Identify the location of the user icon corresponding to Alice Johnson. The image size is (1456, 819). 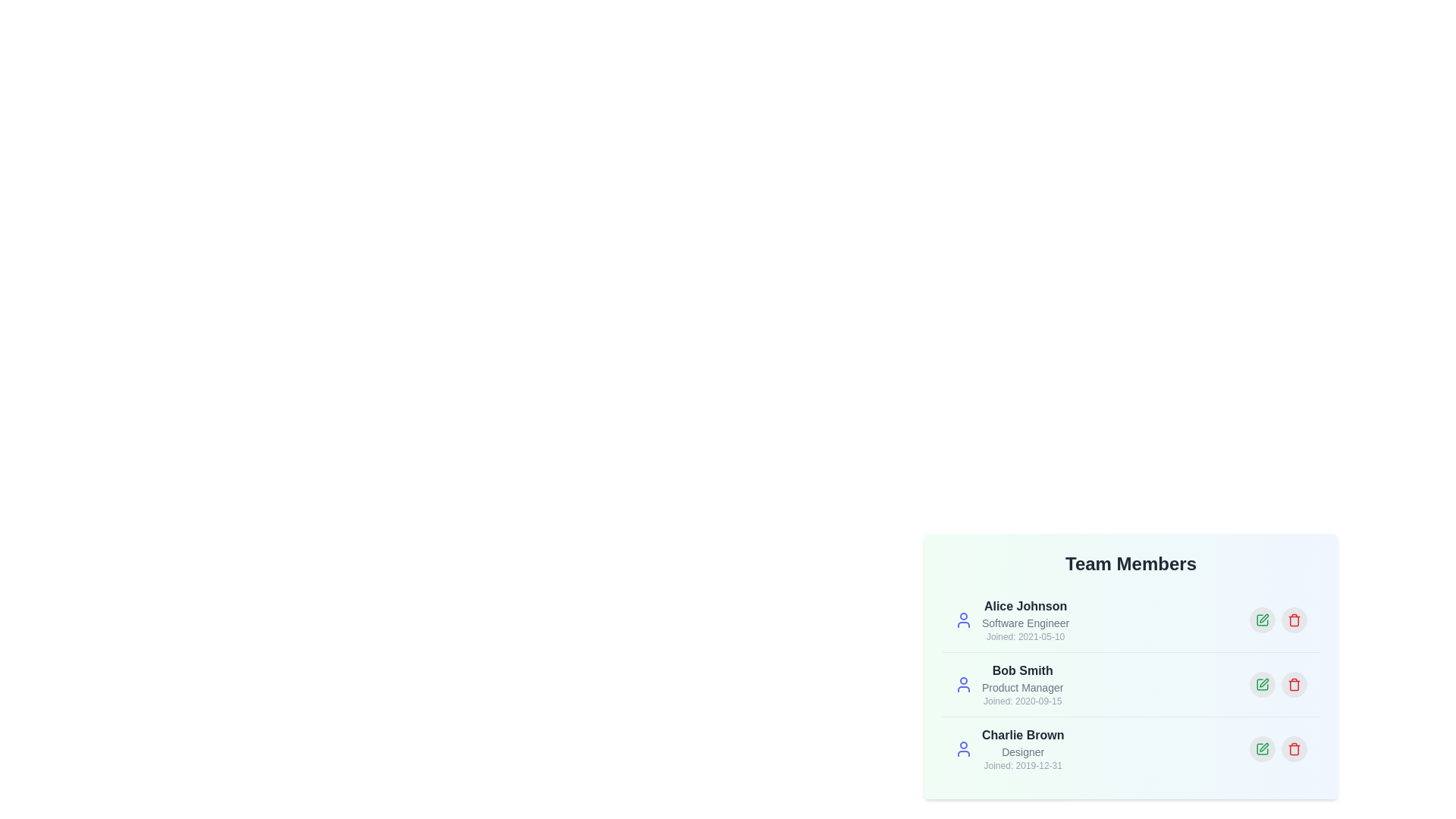
(963, 620).